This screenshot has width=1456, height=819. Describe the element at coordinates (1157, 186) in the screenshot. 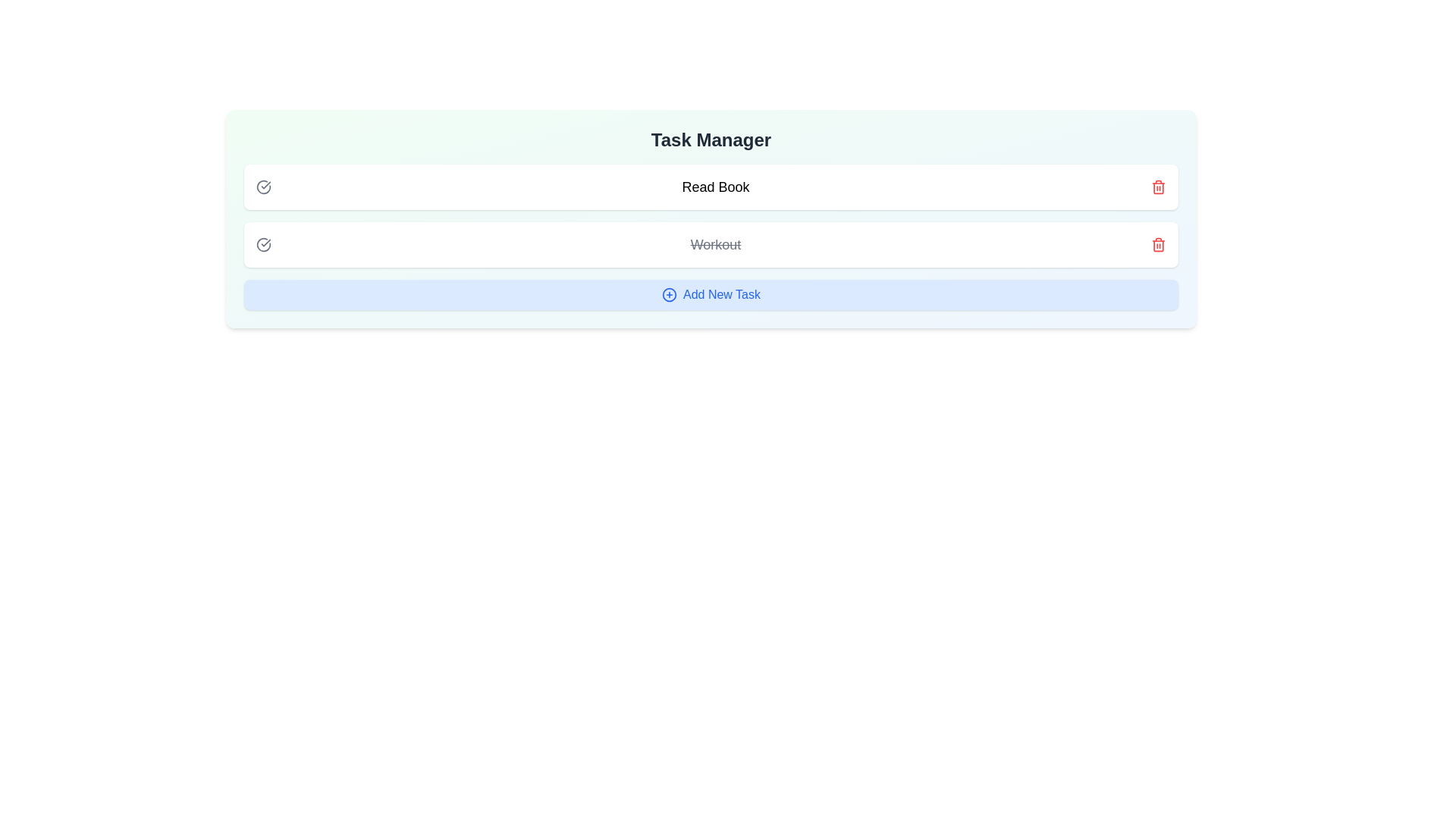

I see `the trash icon next to the task titled 'Read Book' to remove it` at that location.